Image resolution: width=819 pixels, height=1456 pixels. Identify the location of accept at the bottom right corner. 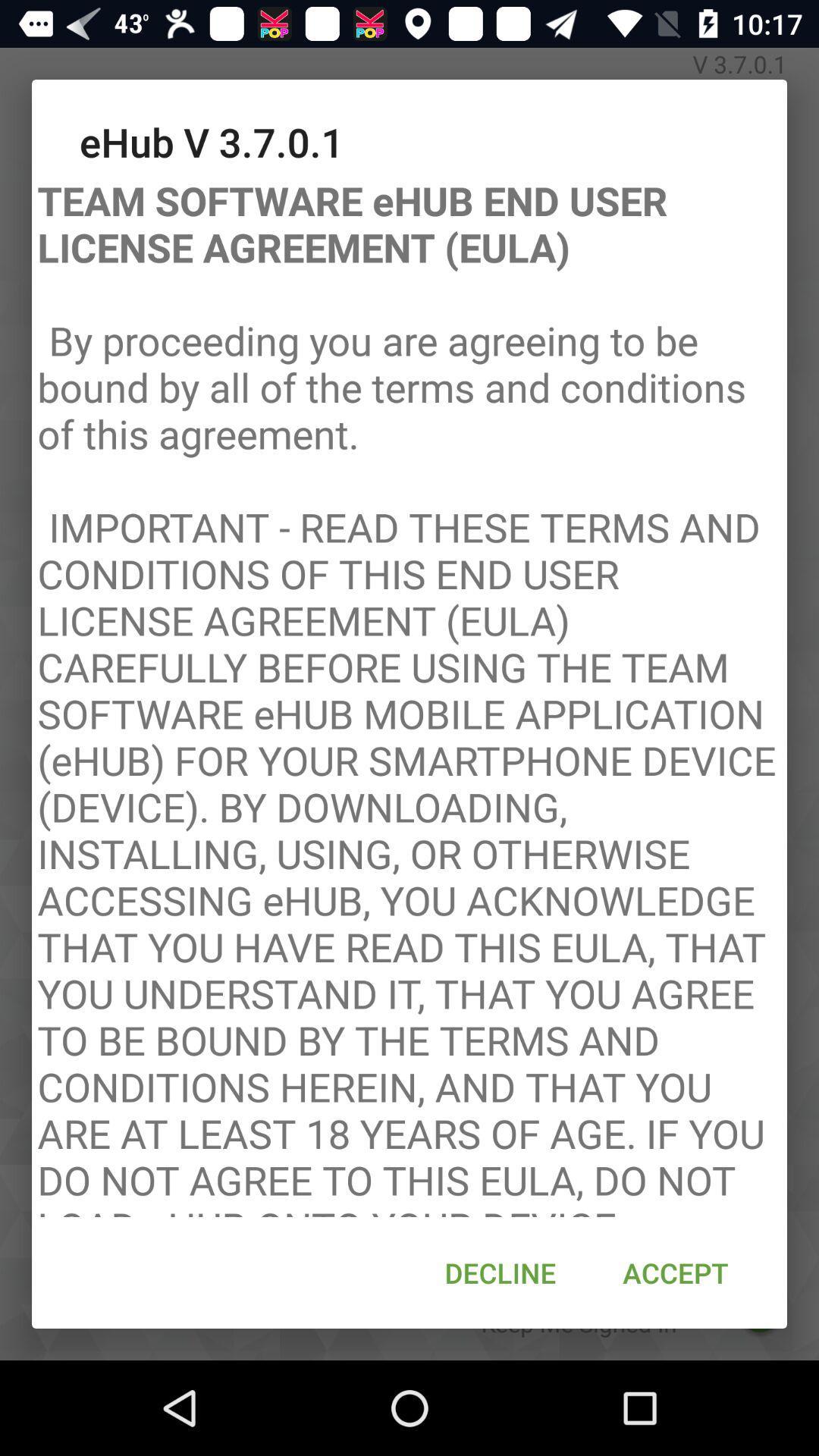
(675, 1272).